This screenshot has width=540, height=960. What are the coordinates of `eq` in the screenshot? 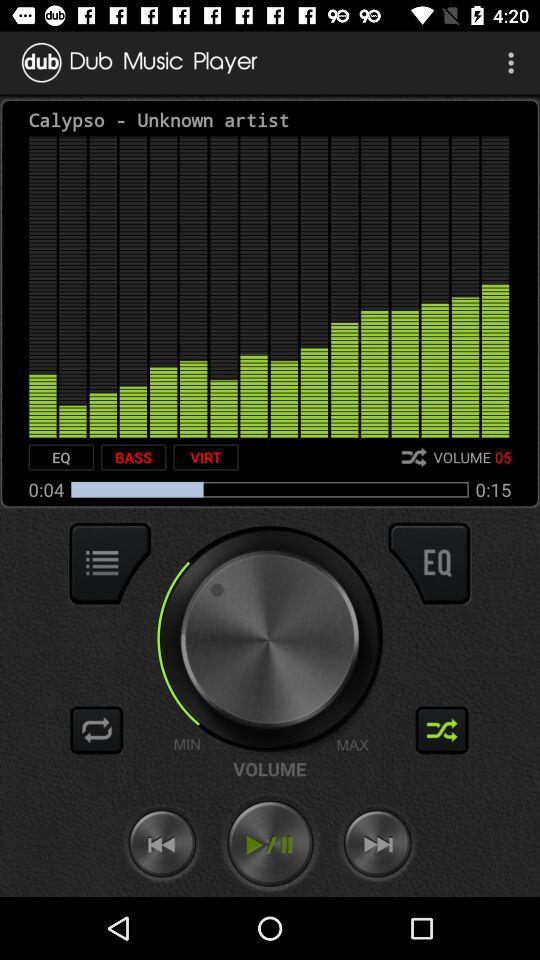 It's located at (61, 457).